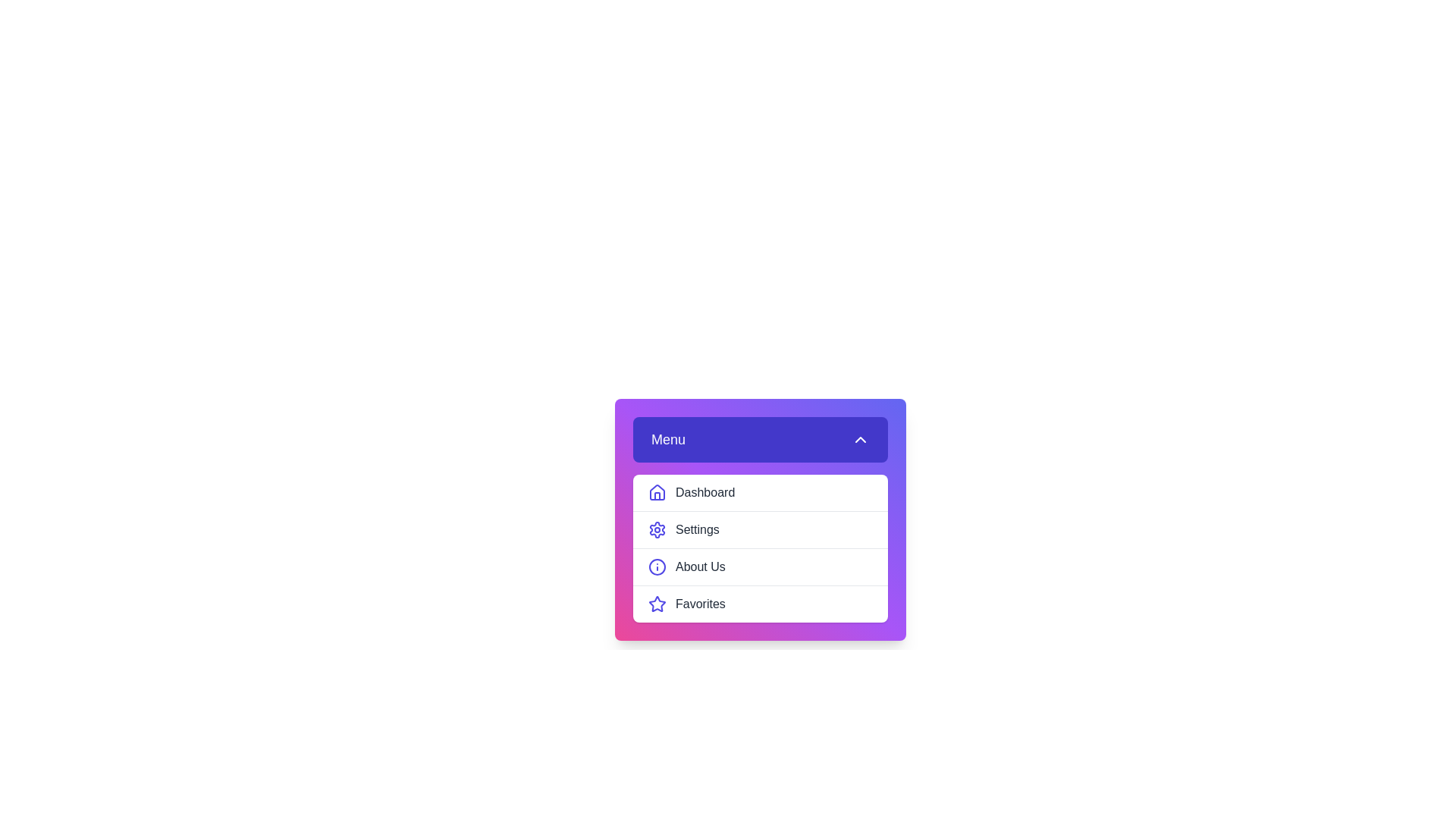 The image size is (1456, 819). What do you see at coordinates (761, 439) in the screenshot?
I see `the 'Menu' button to collapse the menu` at bounding box center [761, 439].